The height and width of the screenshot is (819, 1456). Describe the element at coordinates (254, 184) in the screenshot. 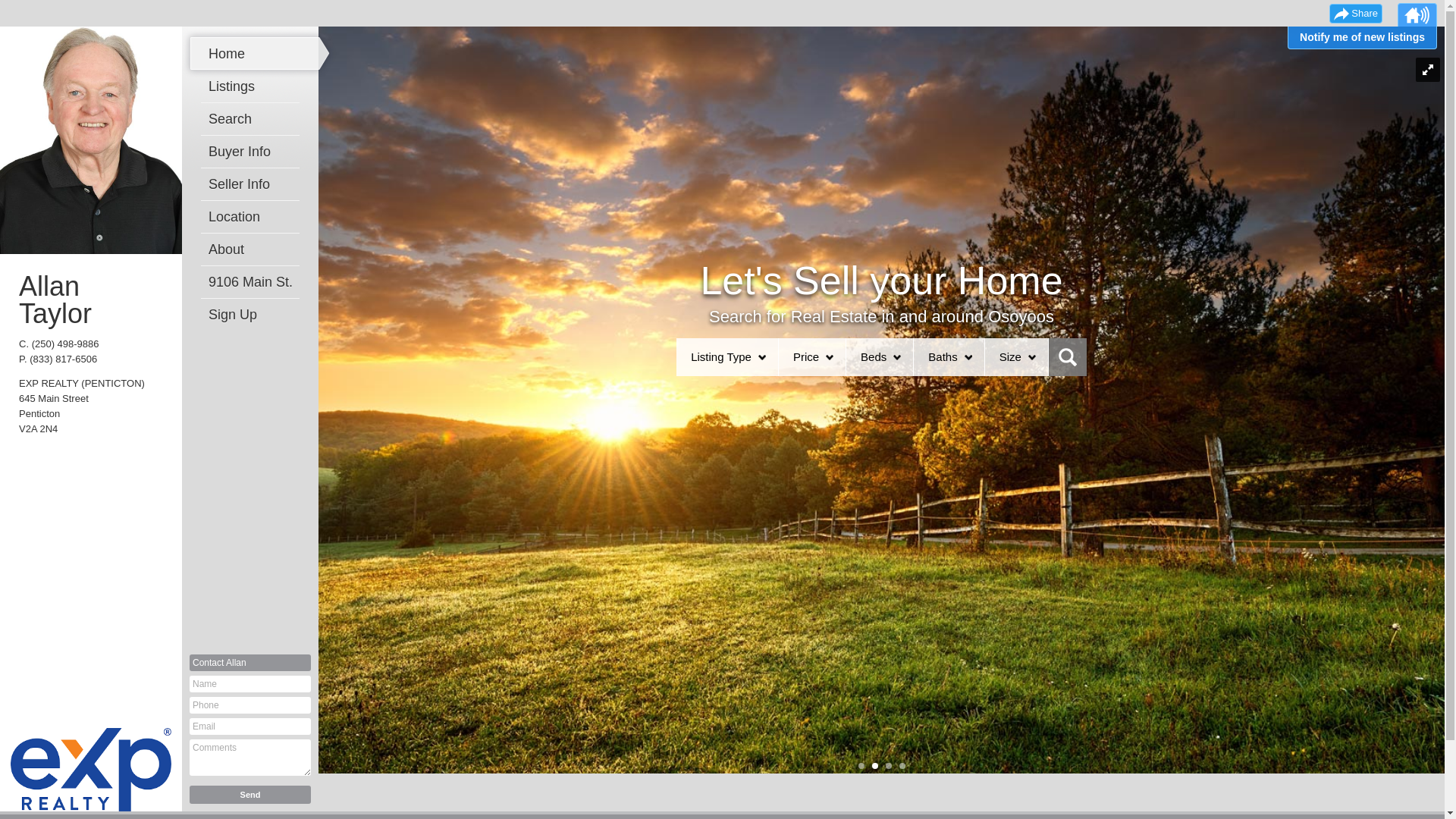

I see `'Seller Info'` at that location.